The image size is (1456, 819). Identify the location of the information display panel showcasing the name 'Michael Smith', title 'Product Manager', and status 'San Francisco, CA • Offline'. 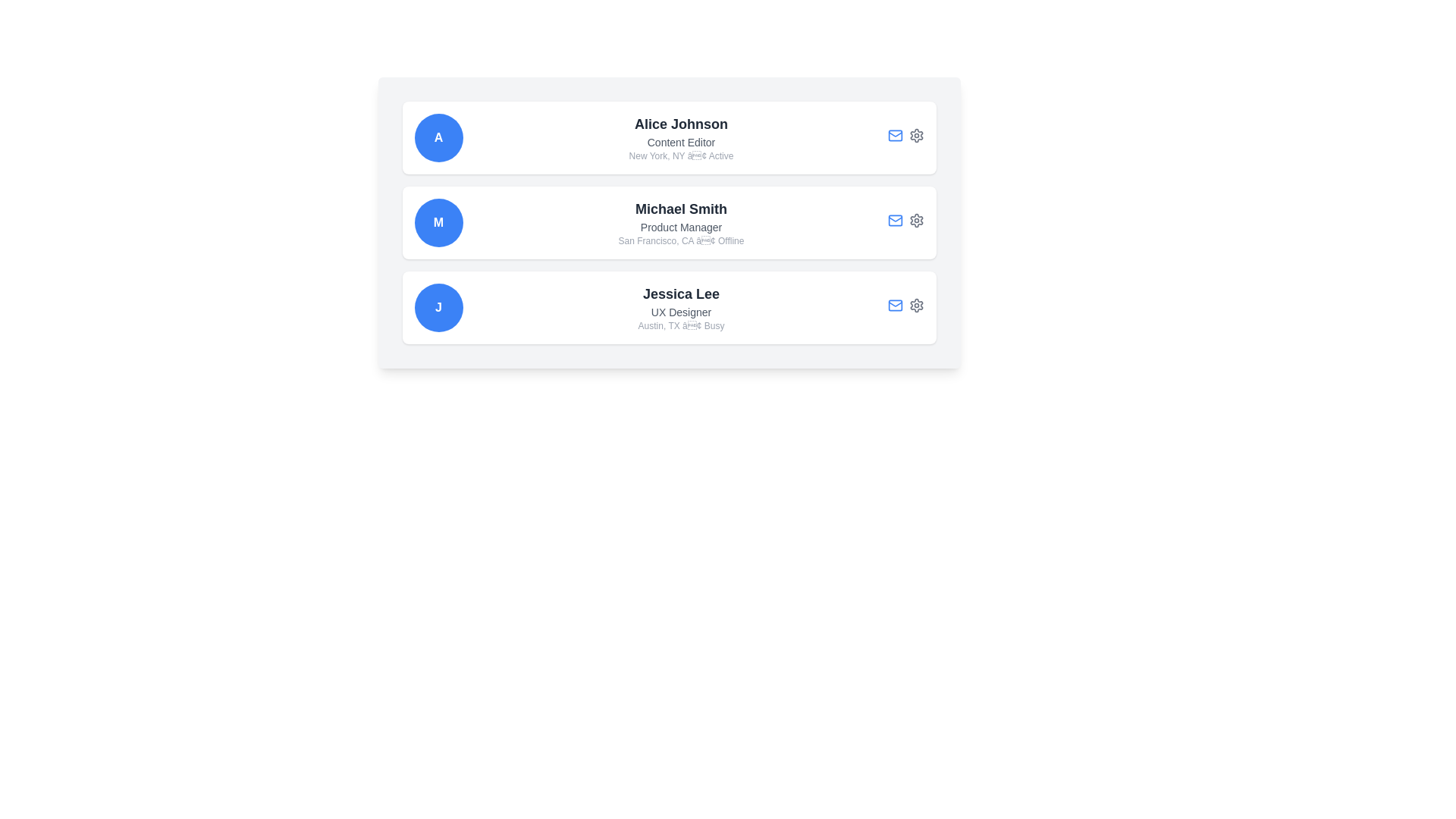
(680, 222).